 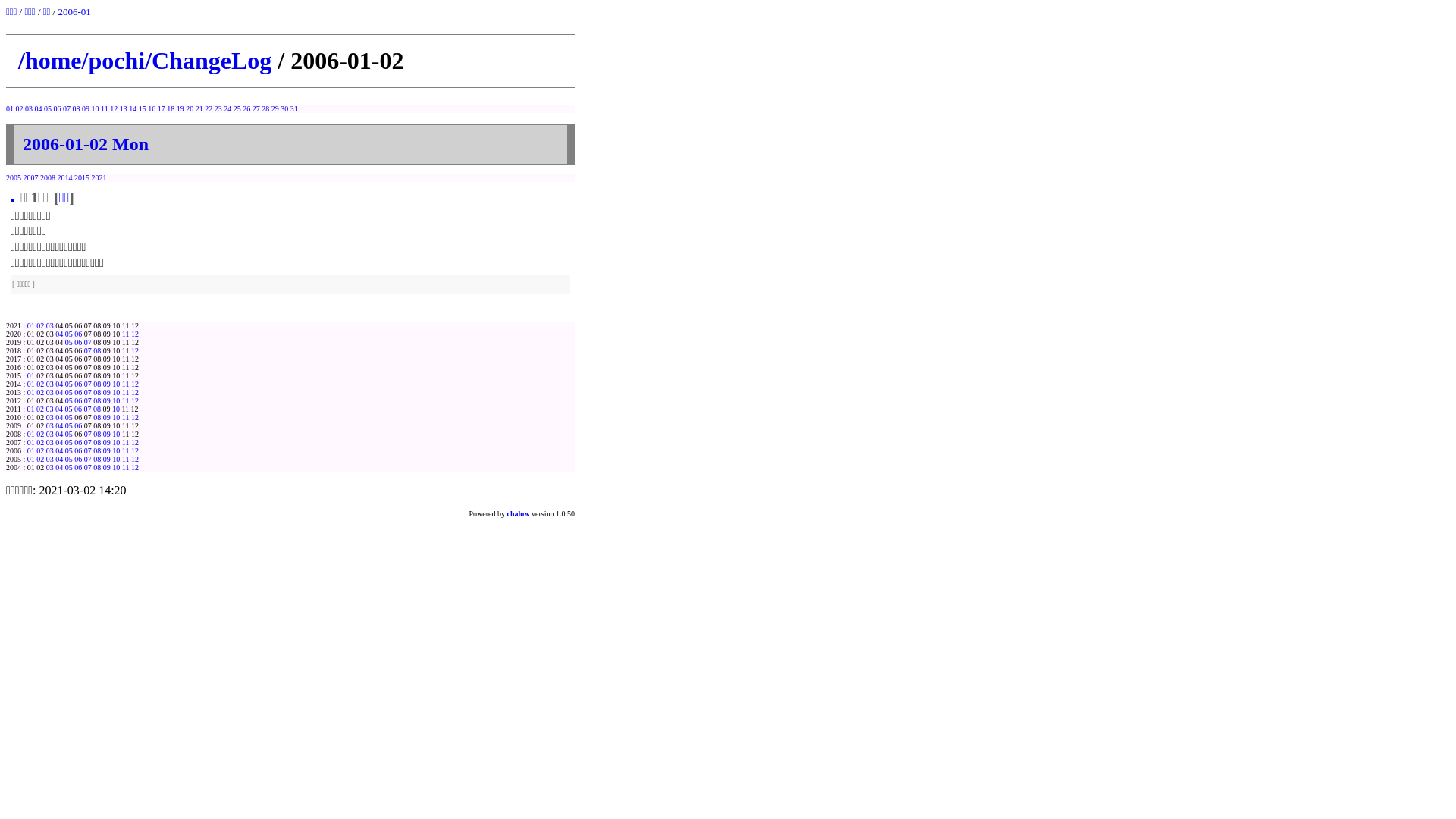 I want to click on '12', so click(x=134, y=391).